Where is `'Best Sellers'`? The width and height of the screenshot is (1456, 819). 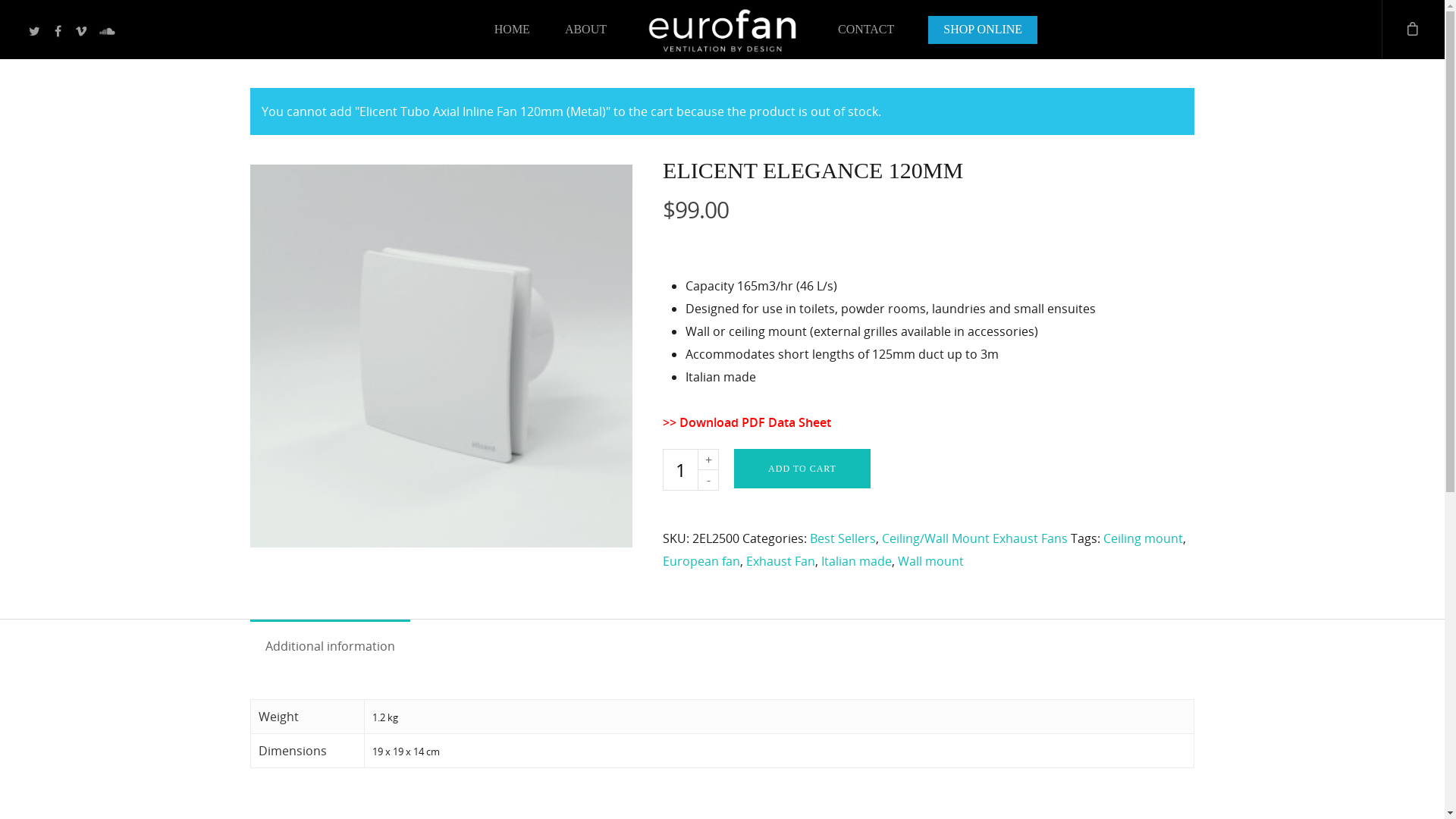
'Best Sellers' is located at coordinates (842, 537).